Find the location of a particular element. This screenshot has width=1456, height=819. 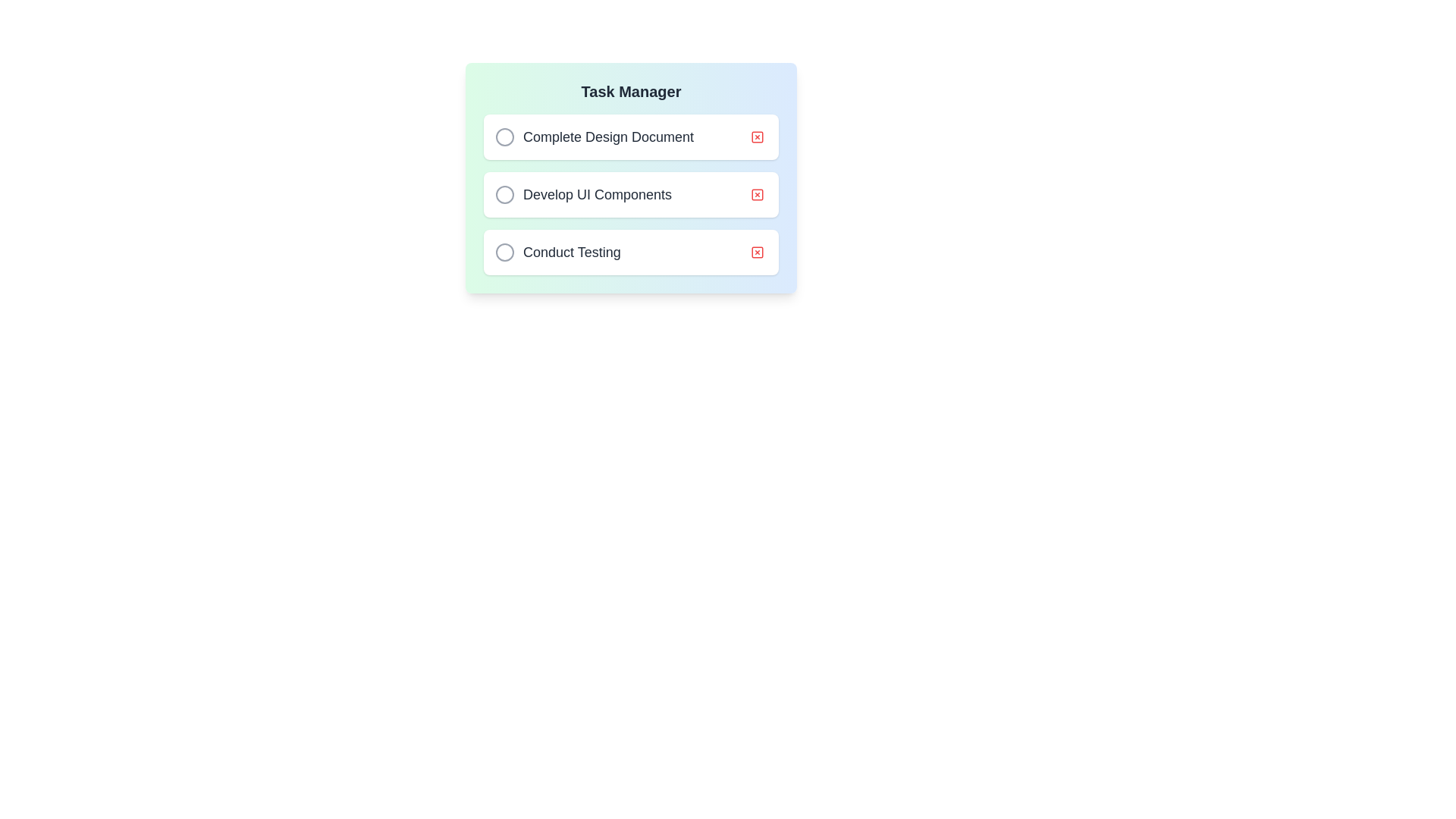

the header text label located at the top-center of the card, which serves as the title indicating the context of the card is located at coordinates (631, 91).